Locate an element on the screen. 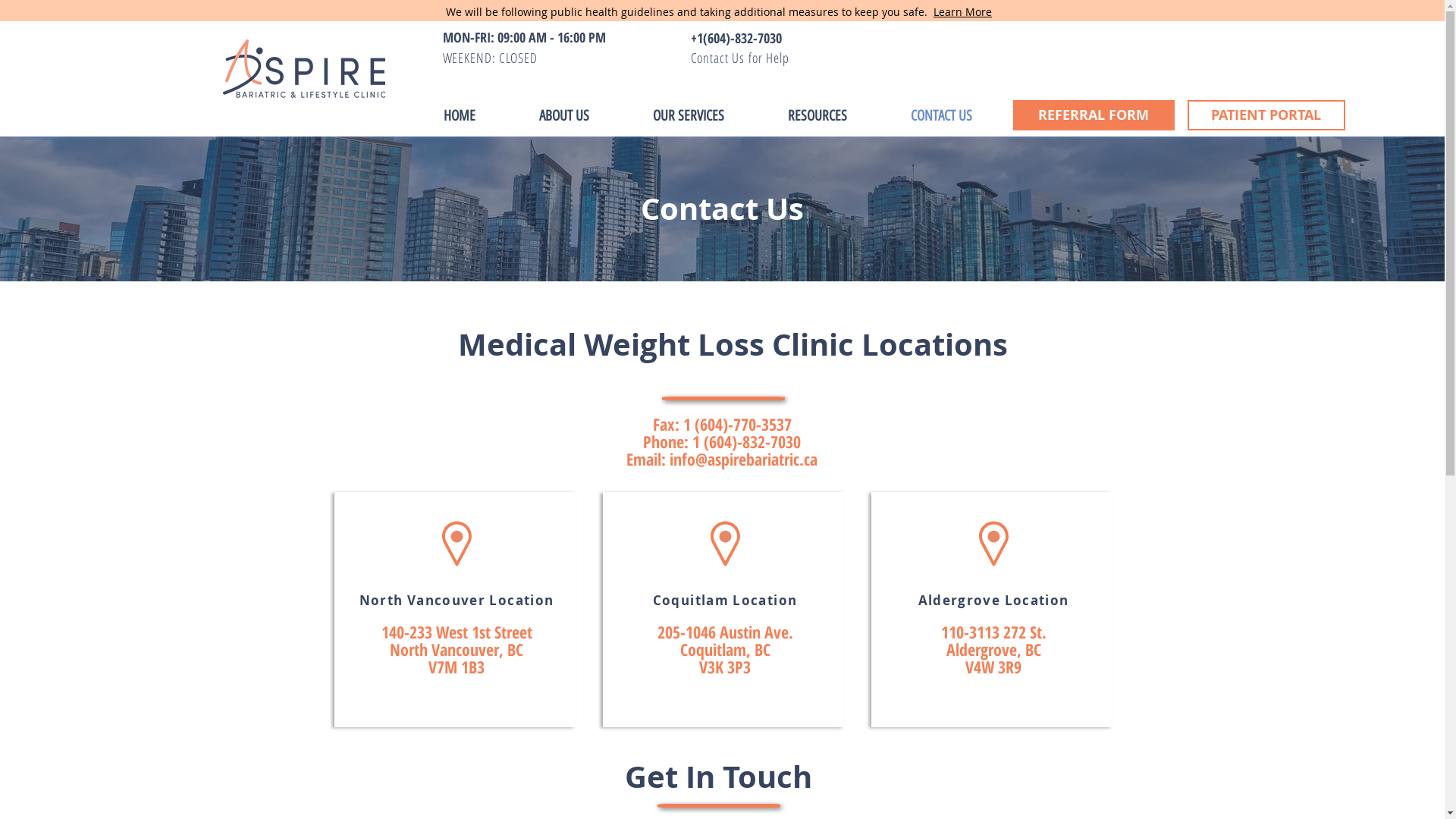  'PATIENT PORTAL' is located at coordinates (1266, 114).